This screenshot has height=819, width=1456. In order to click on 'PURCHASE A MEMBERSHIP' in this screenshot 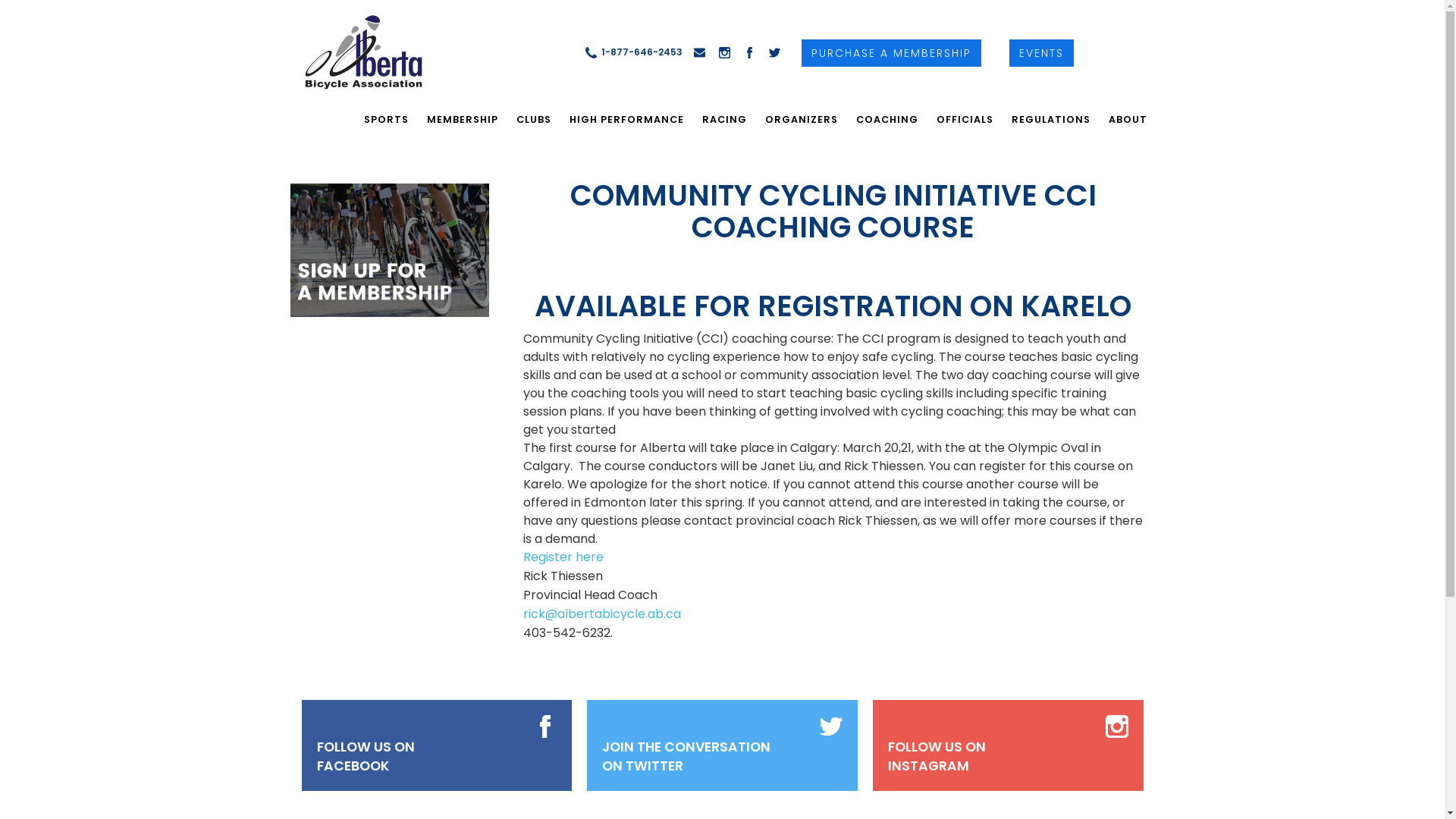, I will do `click(891, 52)`.